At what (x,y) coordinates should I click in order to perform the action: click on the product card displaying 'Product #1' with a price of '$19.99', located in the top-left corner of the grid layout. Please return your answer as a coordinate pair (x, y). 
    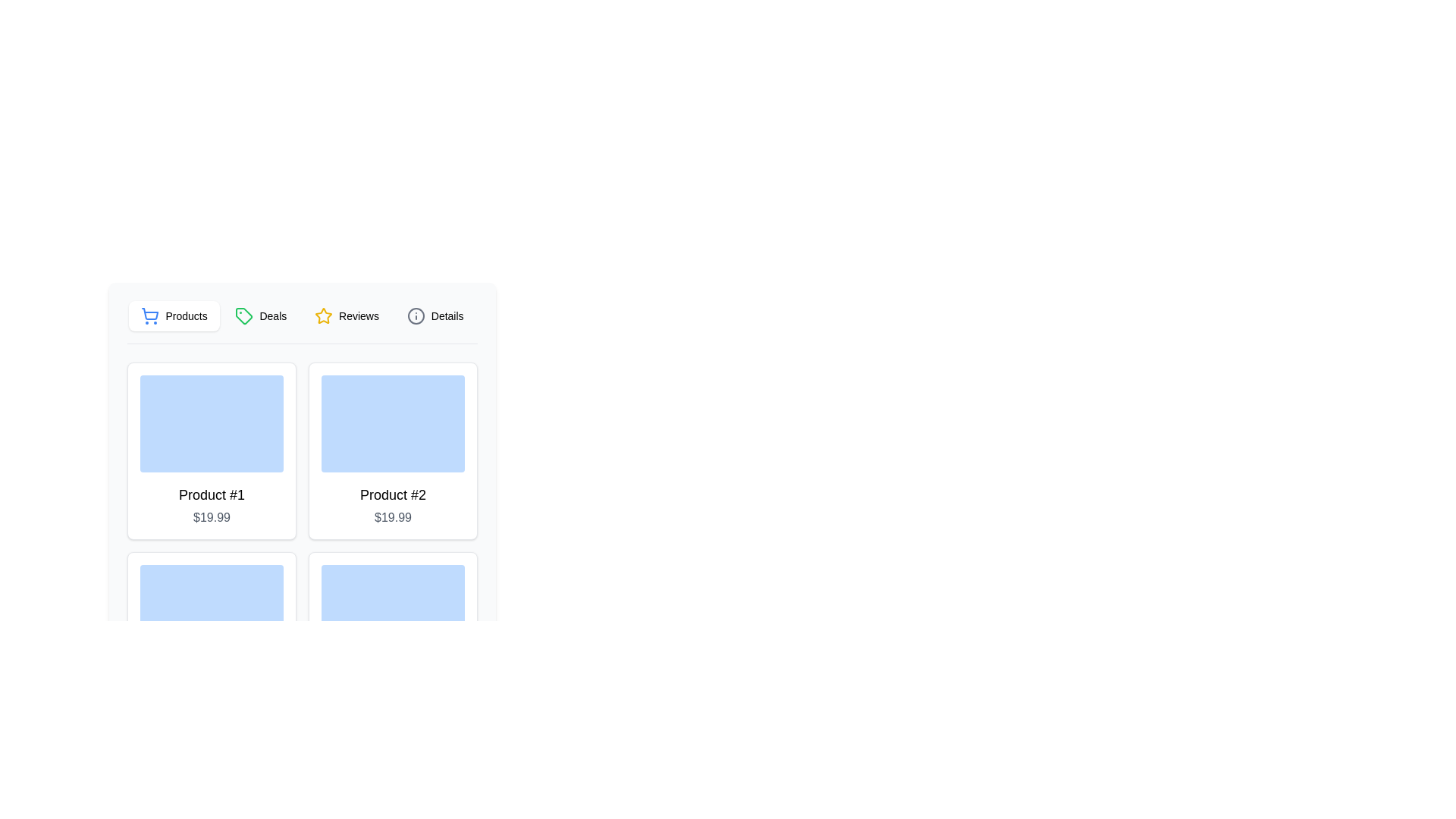
    Looking at the image, I should click on (211, 450).